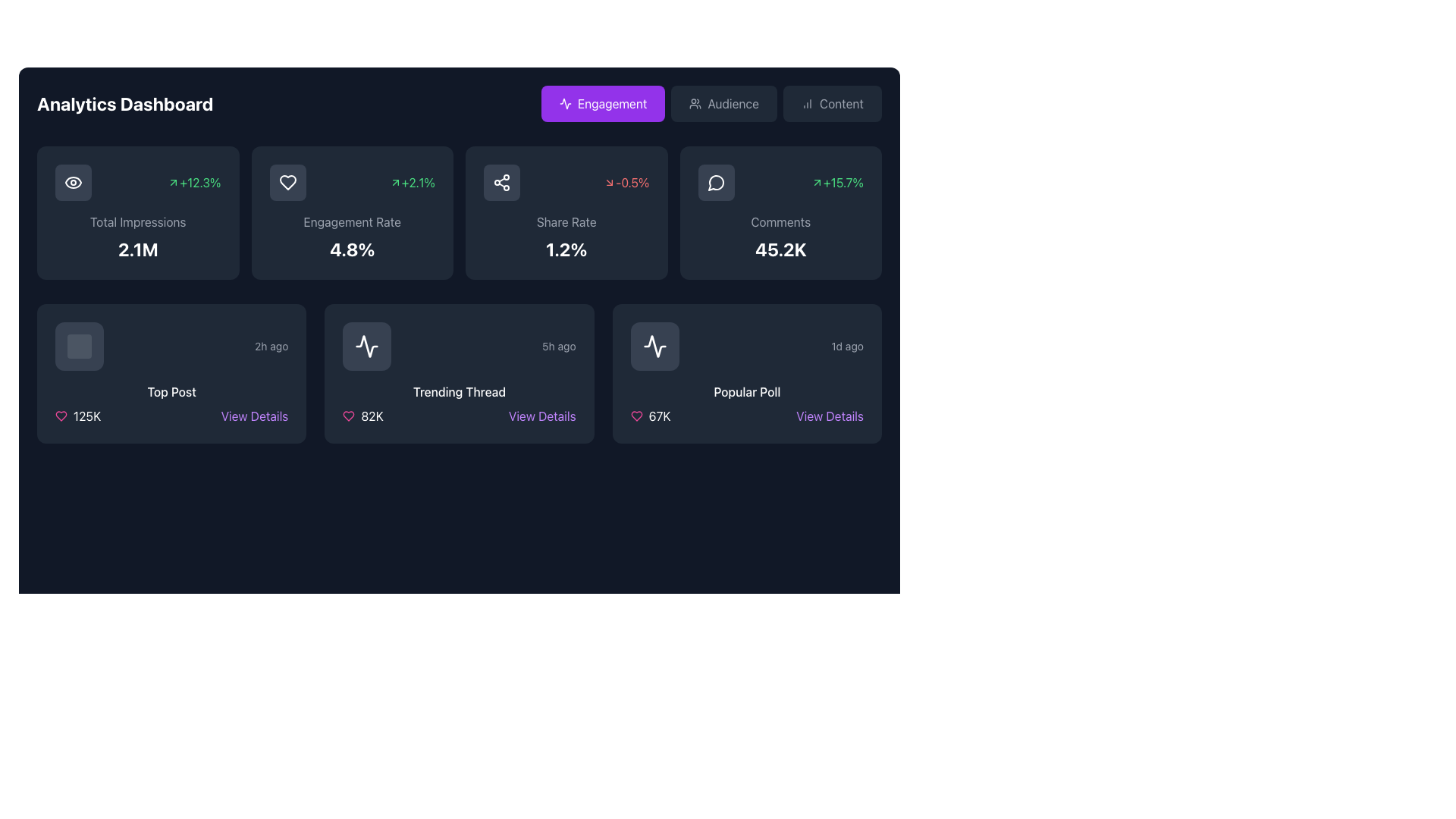 This screenshot has height=819, width=1456. I want to click on the Data display card that shows 'Engagement Rate' and '+2.1%' with a heart icon at the top left, so click(351, 213).